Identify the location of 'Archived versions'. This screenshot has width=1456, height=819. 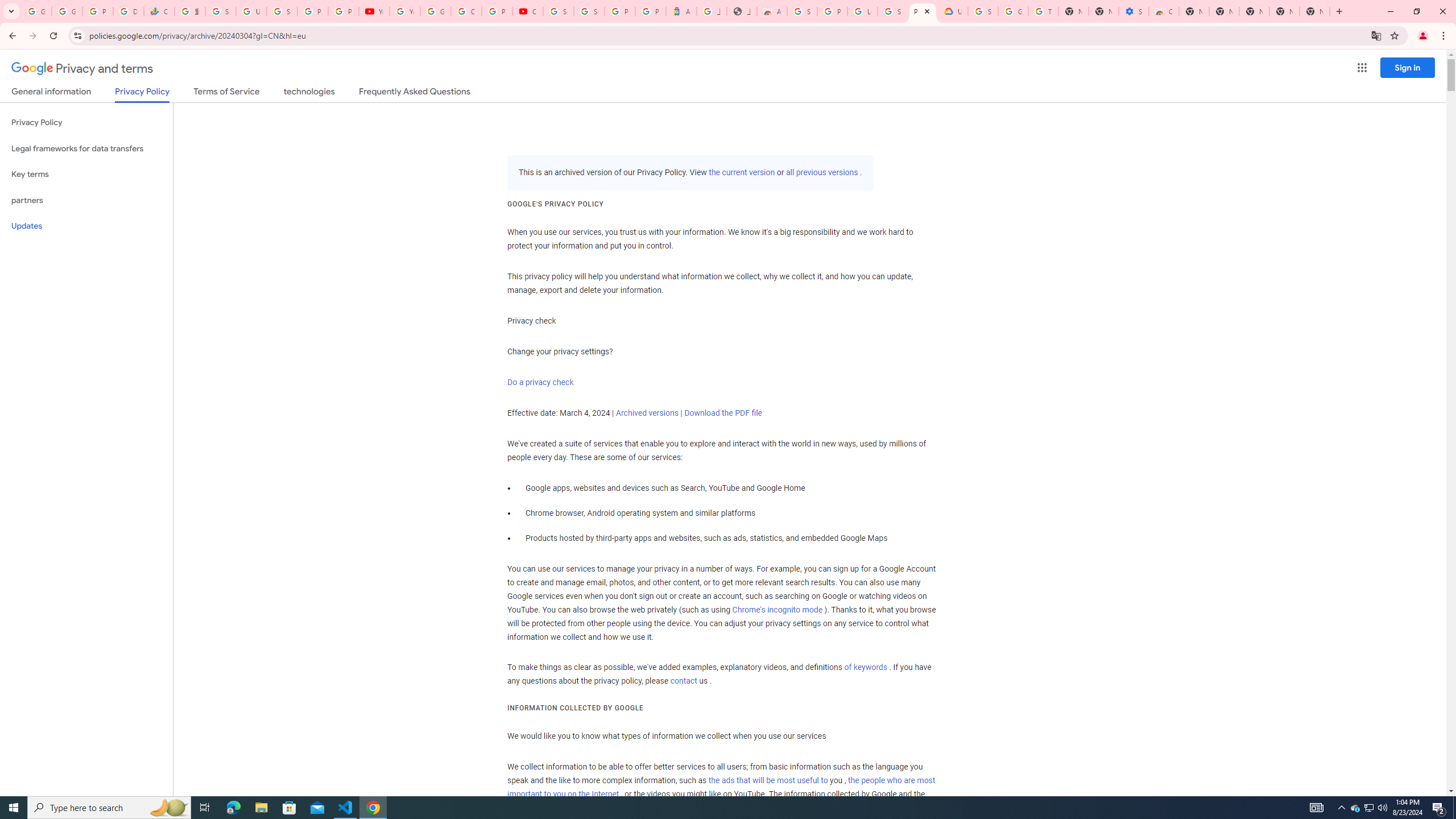
(647, 412).